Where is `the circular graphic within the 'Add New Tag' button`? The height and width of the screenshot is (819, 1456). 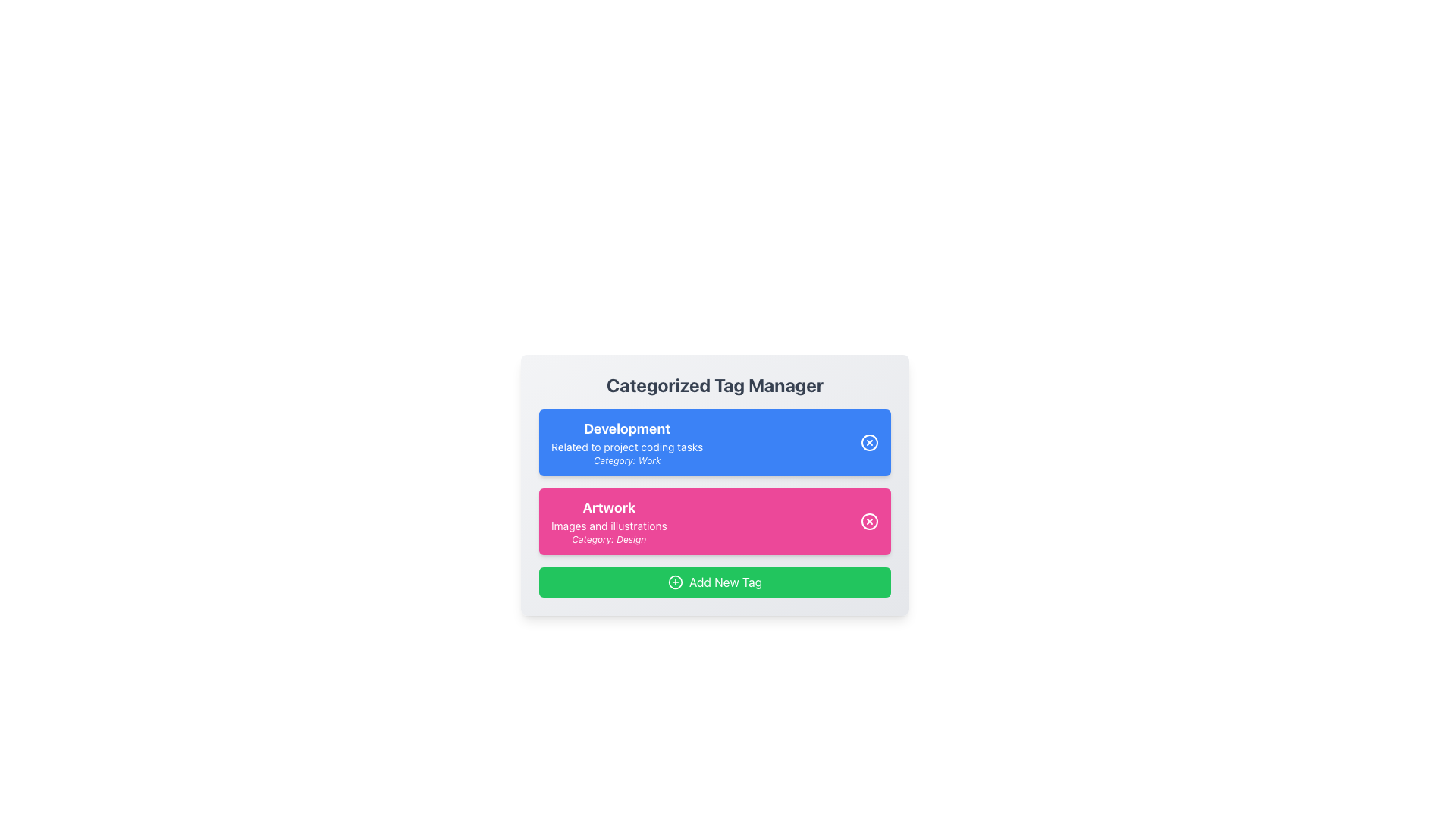
the circular graphic within the 'Add New Tag' button is located at coordinates (675, 581).